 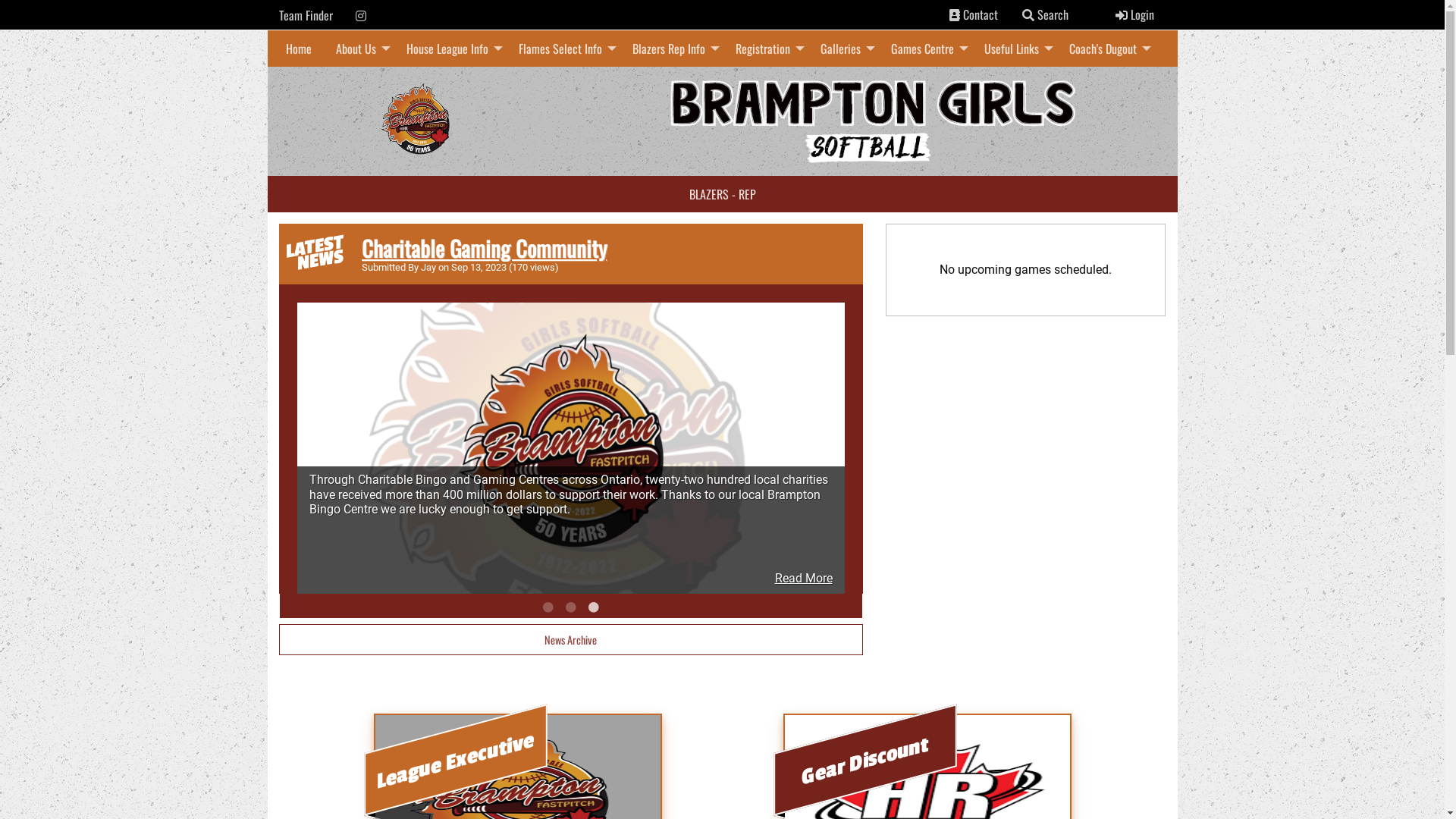 What do you see at coordinates (924, 48) in the screenshot?
I see `'Games Centre'` at bounding box center [924, 48].